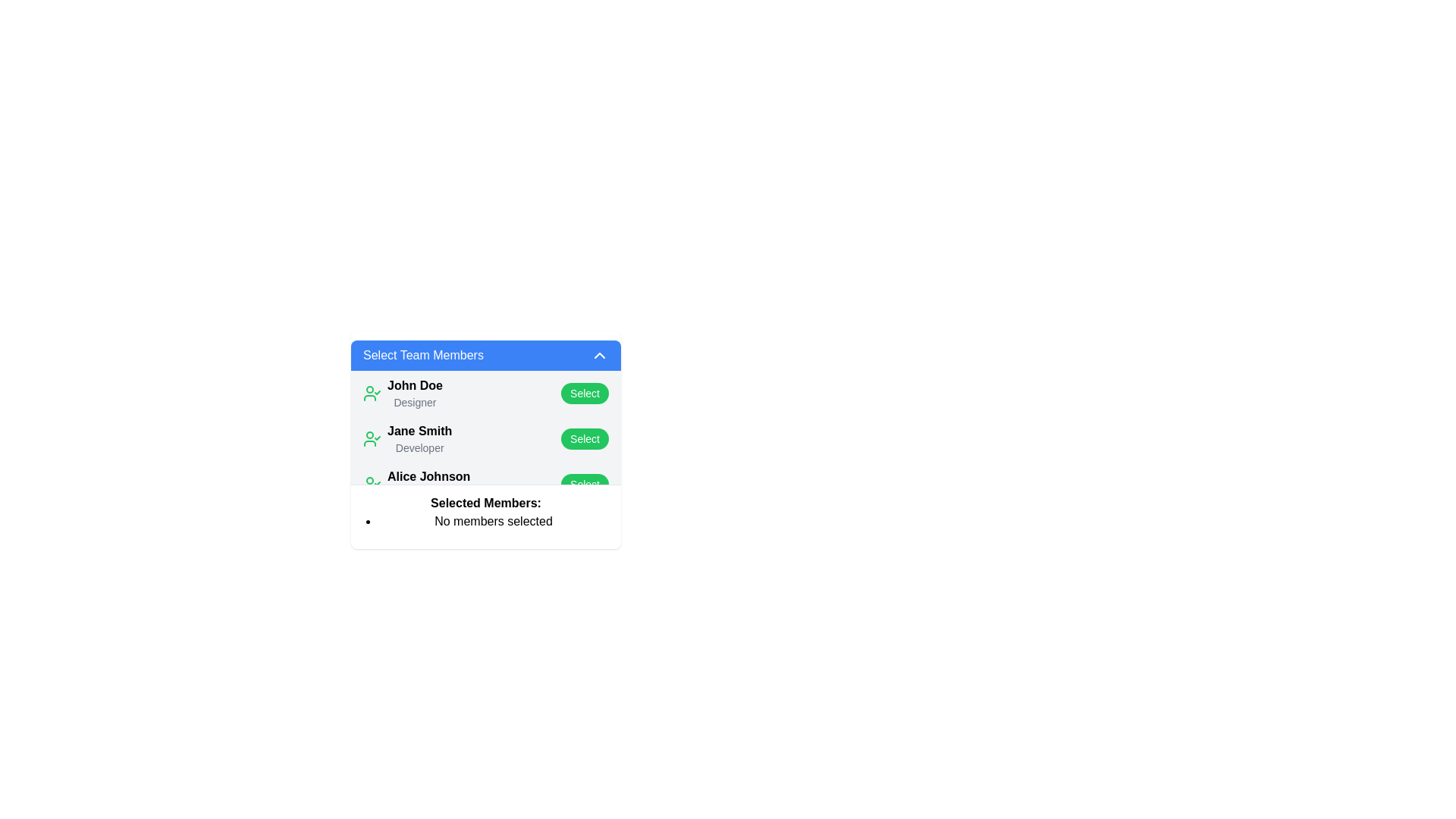 The height and width of the screenshot is (819, 1456). Describe the element at coordinates (494, 520) in the screenshot. I see `text displayed in the 'Selected Members' section indicating that no members have been selected` at that location.